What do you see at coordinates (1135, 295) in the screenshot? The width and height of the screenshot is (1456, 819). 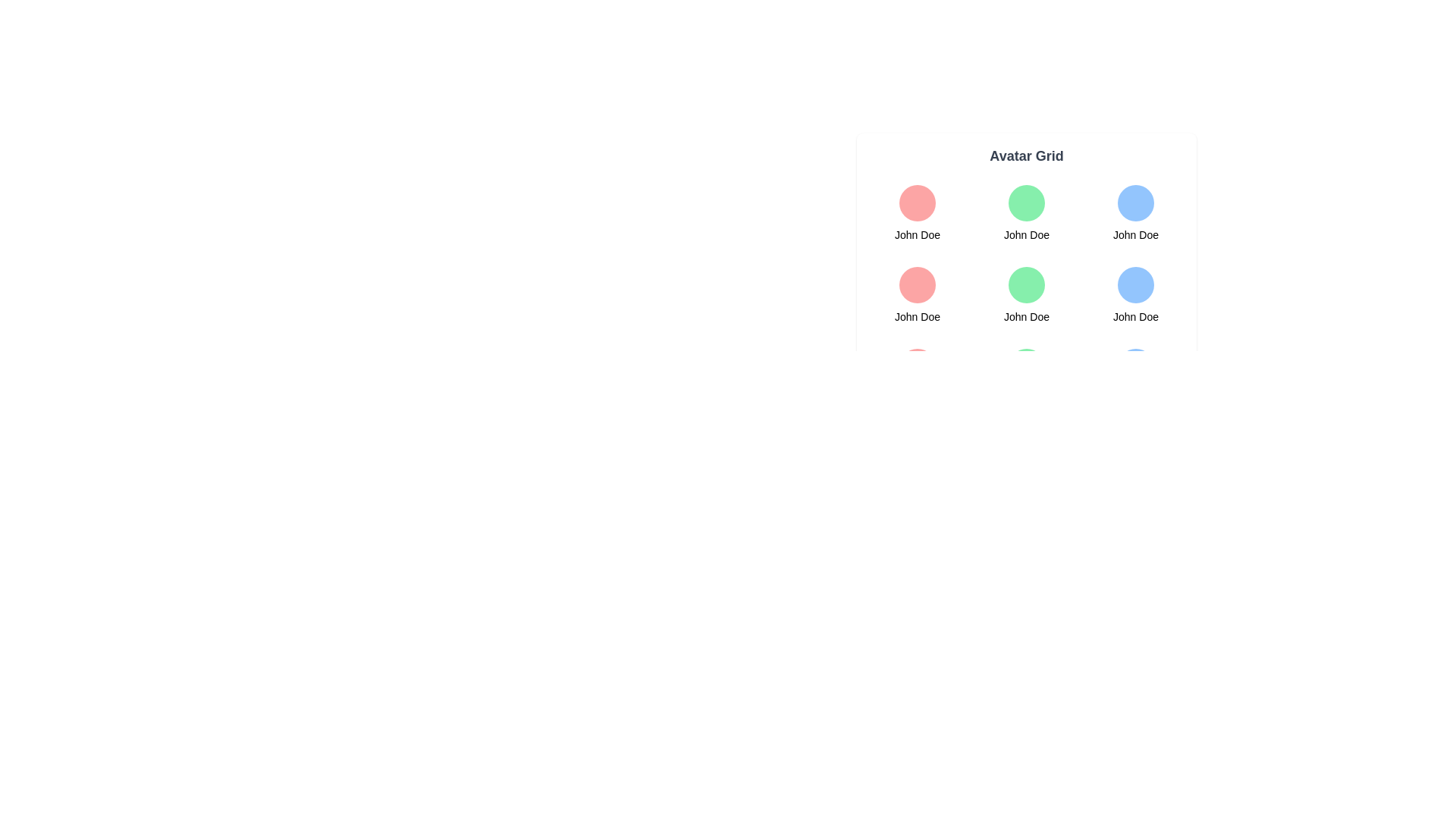 I see `the User Avatar with Label displaying 'John Doe' located in the bottom-right corner of the grid` at bounding box center [1135, 295].